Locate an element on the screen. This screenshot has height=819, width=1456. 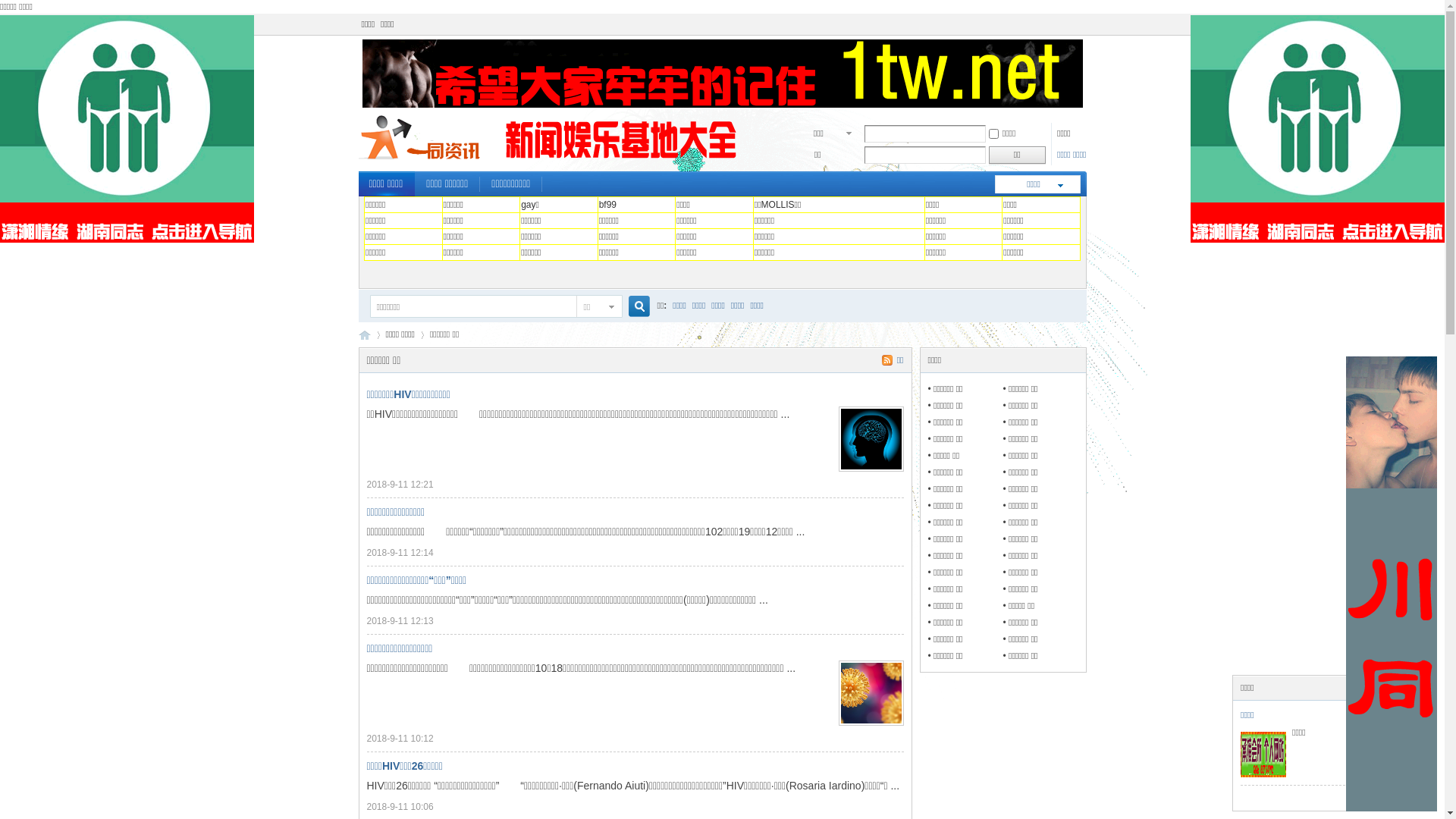
'bf99' is located at coordinates (607, 205).